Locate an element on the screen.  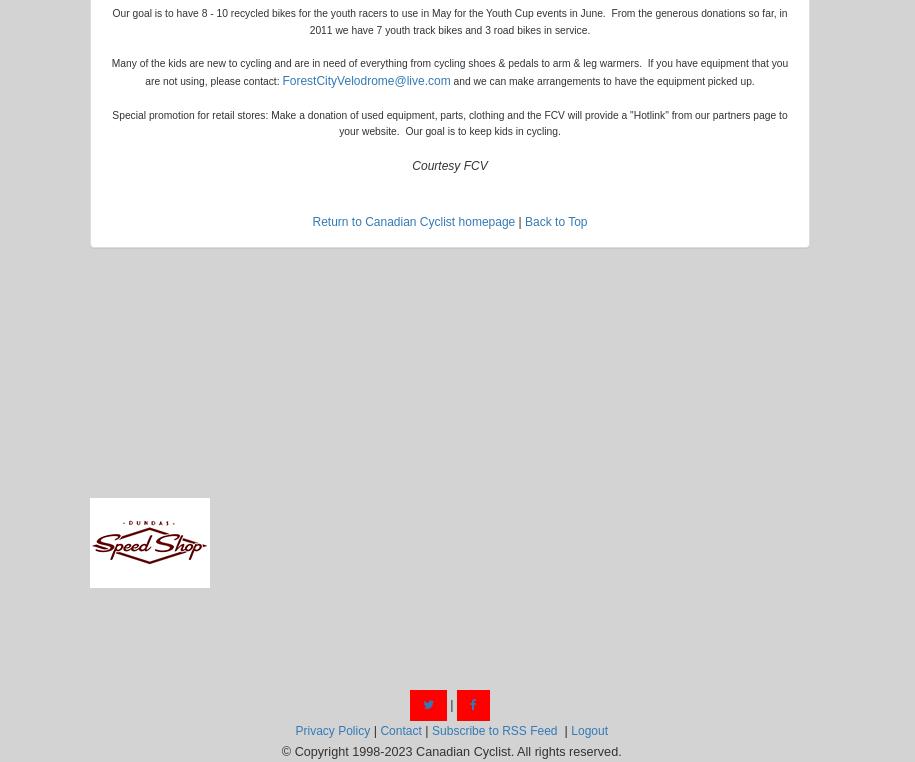
'Logout' is located at coordinates (588, 730).